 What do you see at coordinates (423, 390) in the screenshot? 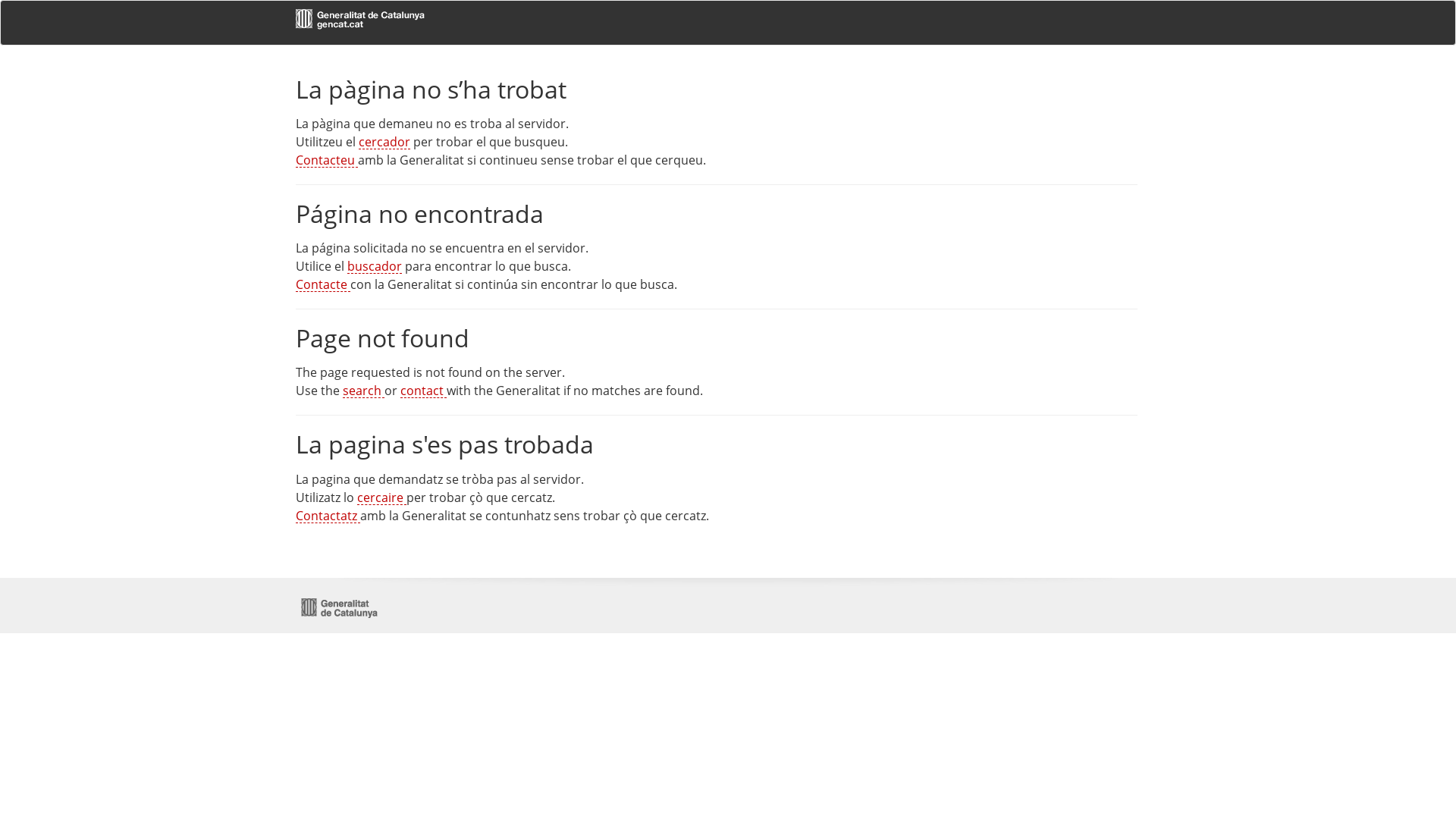
I see `'contact'` at bounding box center [423, 390].